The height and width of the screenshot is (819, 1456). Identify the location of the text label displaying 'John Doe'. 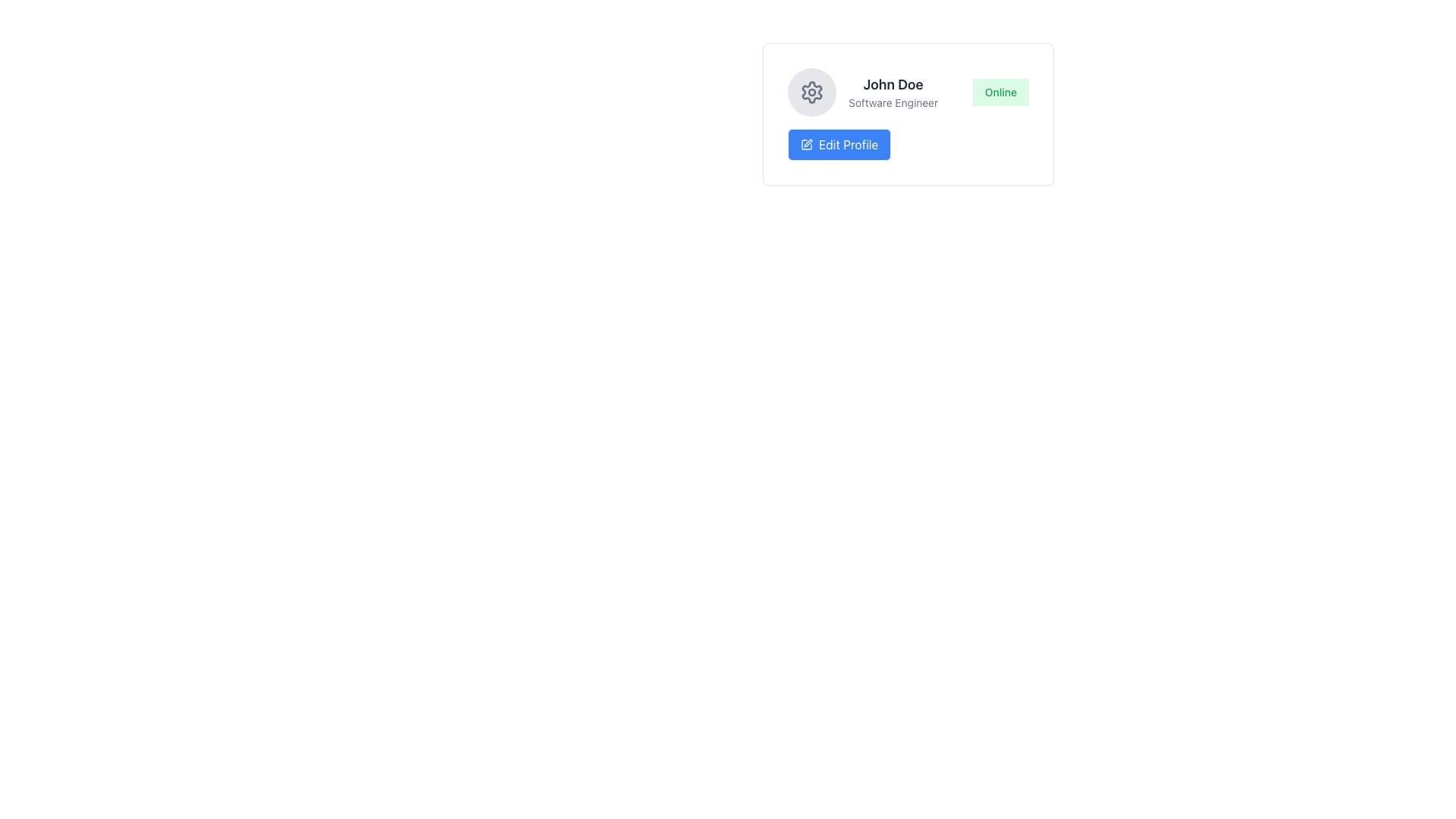
(893, 84).